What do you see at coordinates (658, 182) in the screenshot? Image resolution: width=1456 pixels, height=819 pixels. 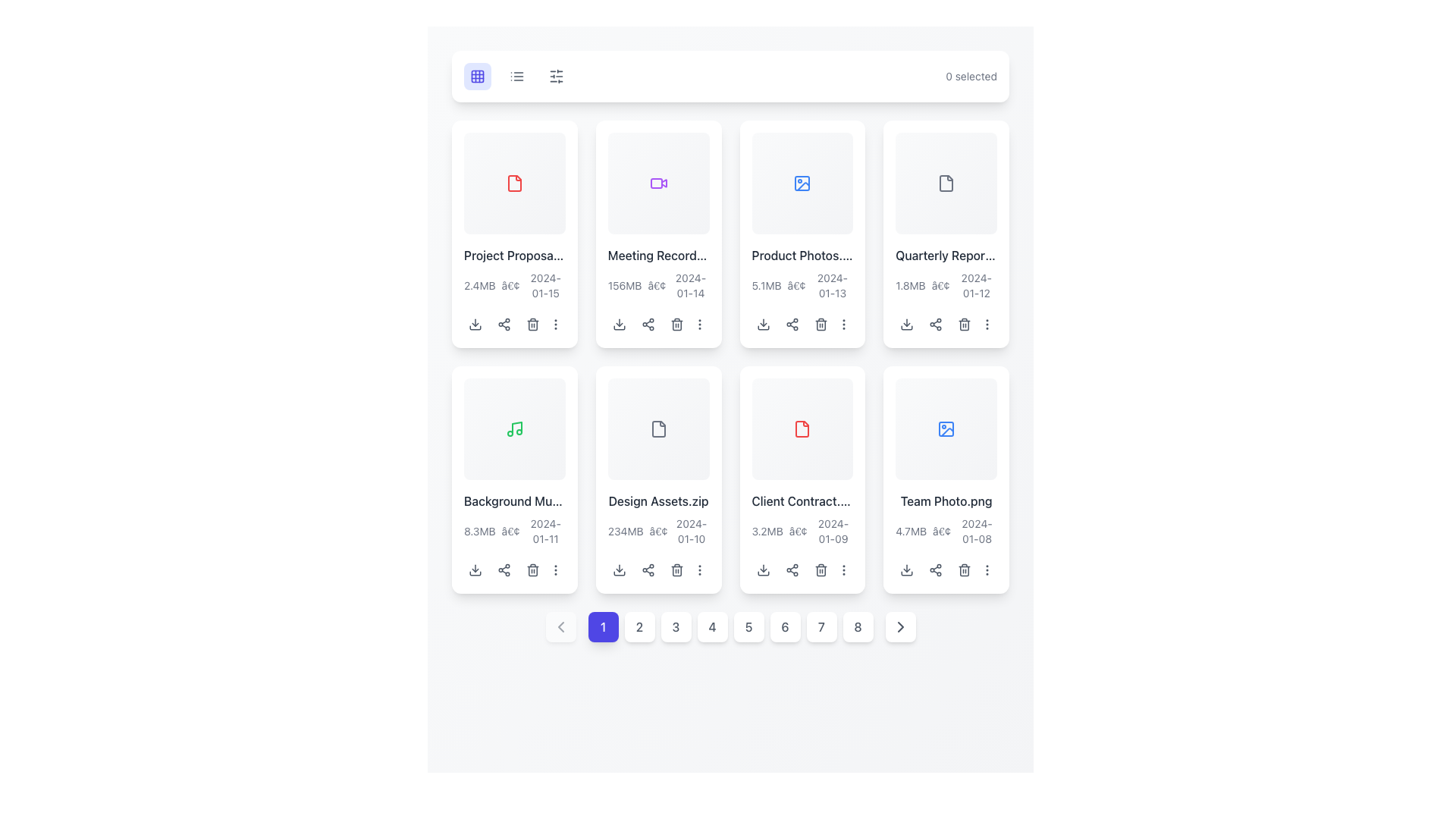 I see `the video file icon representing 'Meeting Recording.mp4' located at the top section of the card` at bounding box center [658, 182].